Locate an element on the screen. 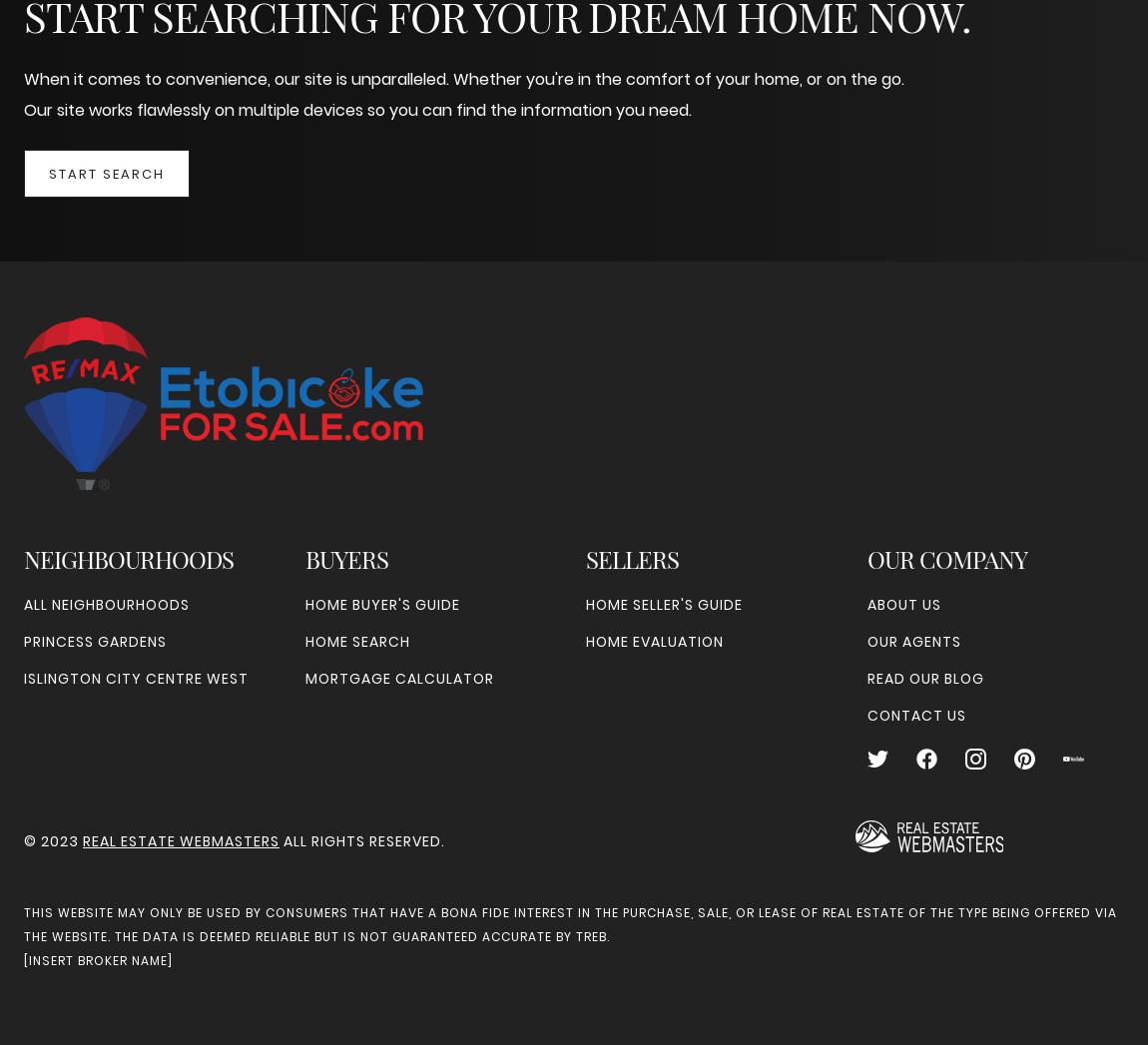 The width and height of the screenshot is (1148, 1045). 'Contact Us' is located at coordinates (915, 715).